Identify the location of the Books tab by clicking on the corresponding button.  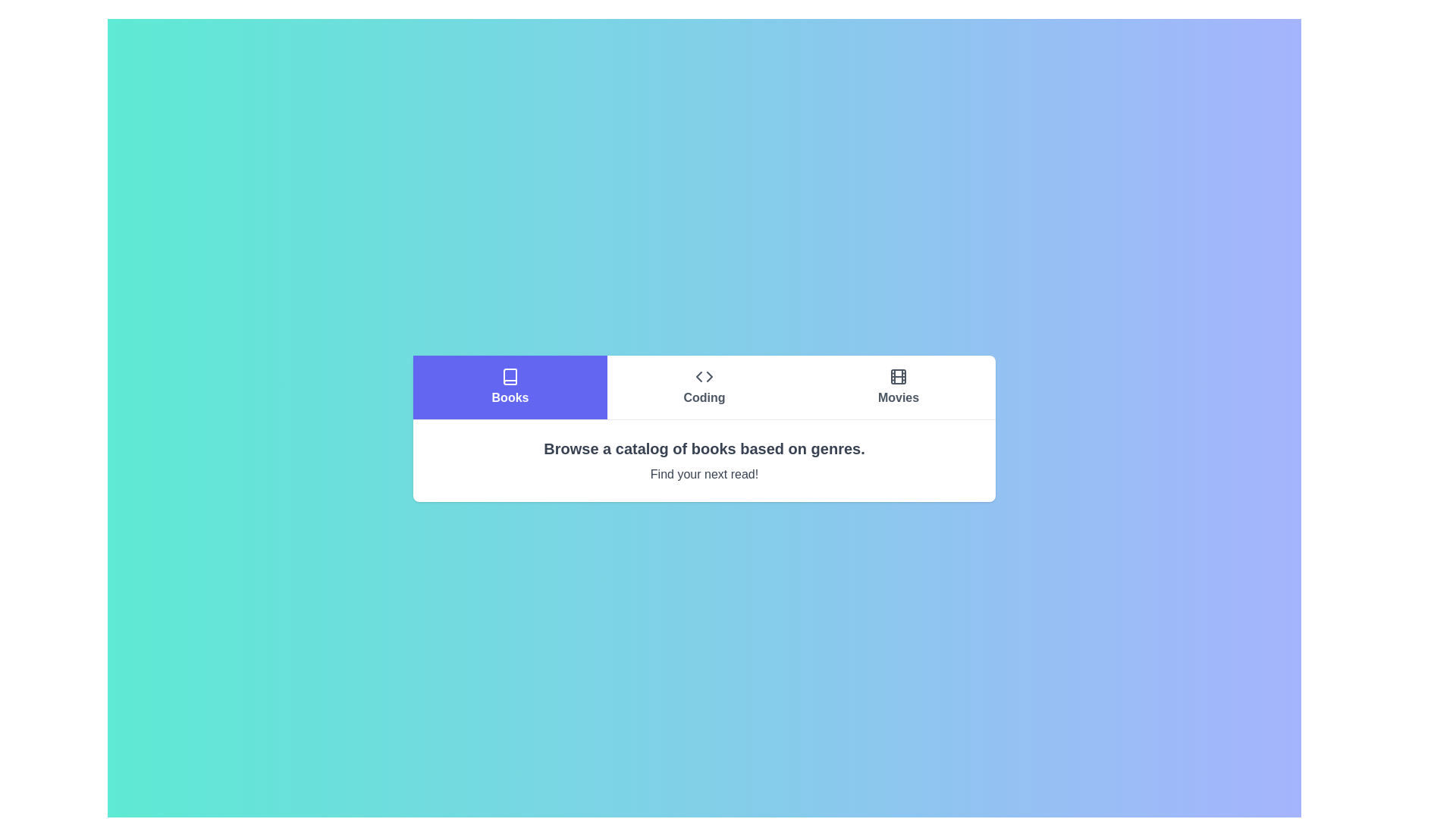
(510, 386).